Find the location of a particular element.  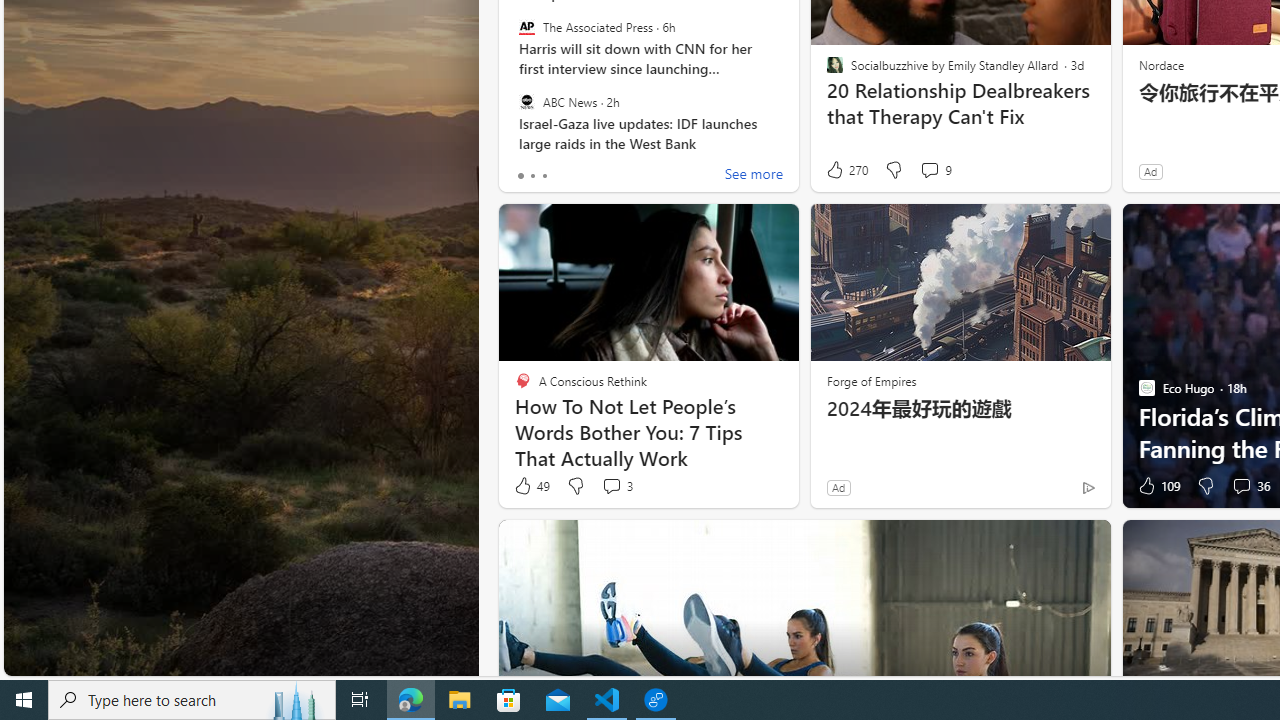

'Ad Choice' is located at coordinates (1087, 487).